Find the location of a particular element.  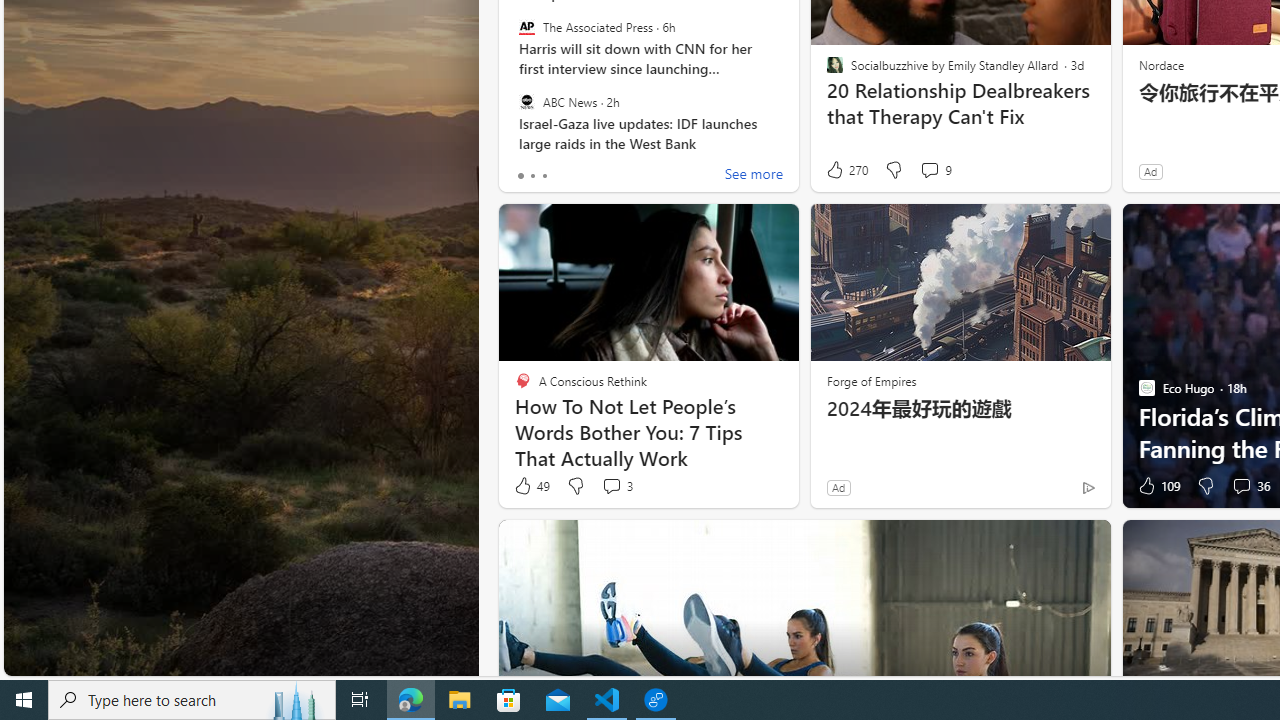

'Ad Choice' is located at coordinates (1087, 487).